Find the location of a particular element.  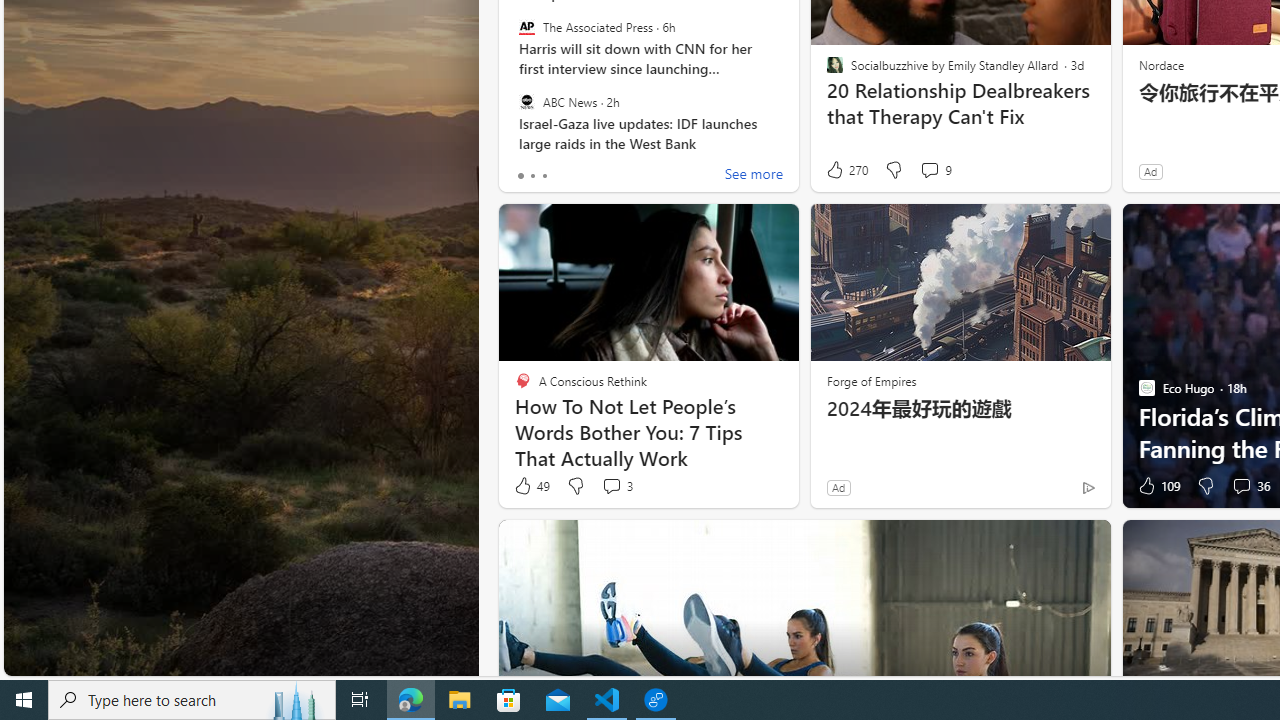

'Ad Choice' is located at coordinates (1087, 487).